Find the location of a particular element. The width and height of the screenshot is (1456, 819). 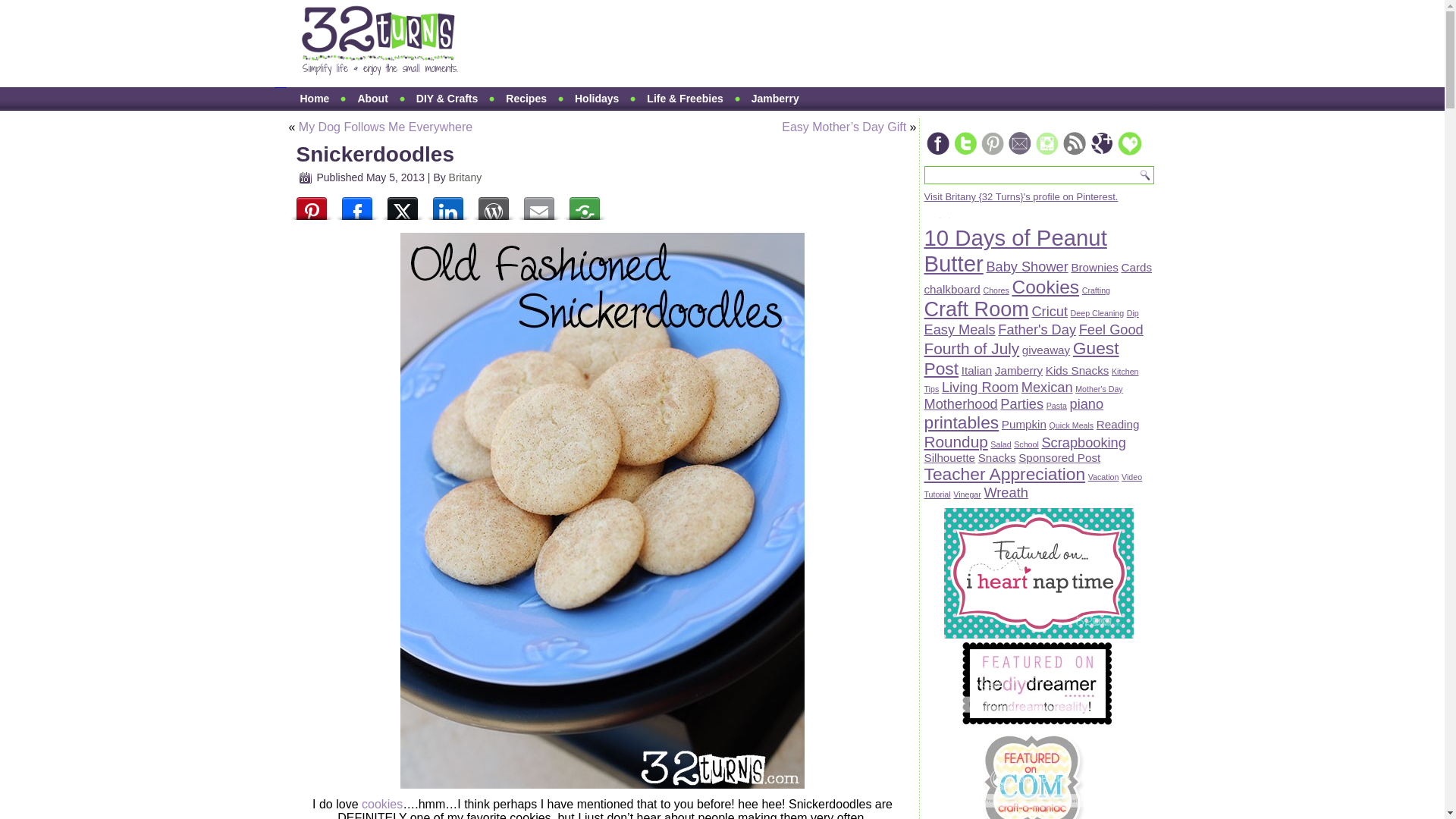

'Mexican' is located at coordinates (1046, 386).